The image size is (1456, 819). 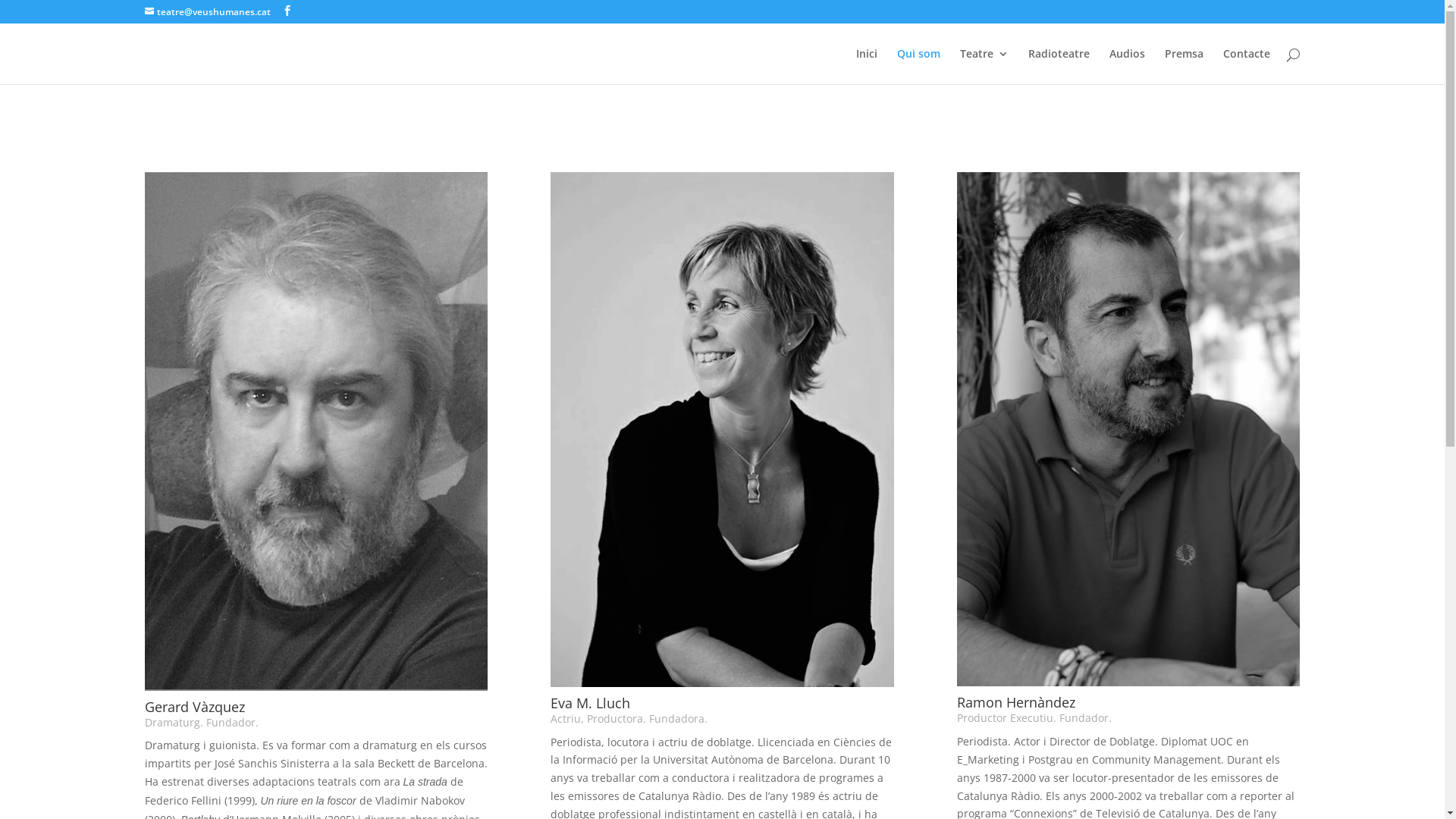 What do you see at coordinates (1126, 65) in the screenshot?
I see `'Audios'` at bounding box center [1126, 65].